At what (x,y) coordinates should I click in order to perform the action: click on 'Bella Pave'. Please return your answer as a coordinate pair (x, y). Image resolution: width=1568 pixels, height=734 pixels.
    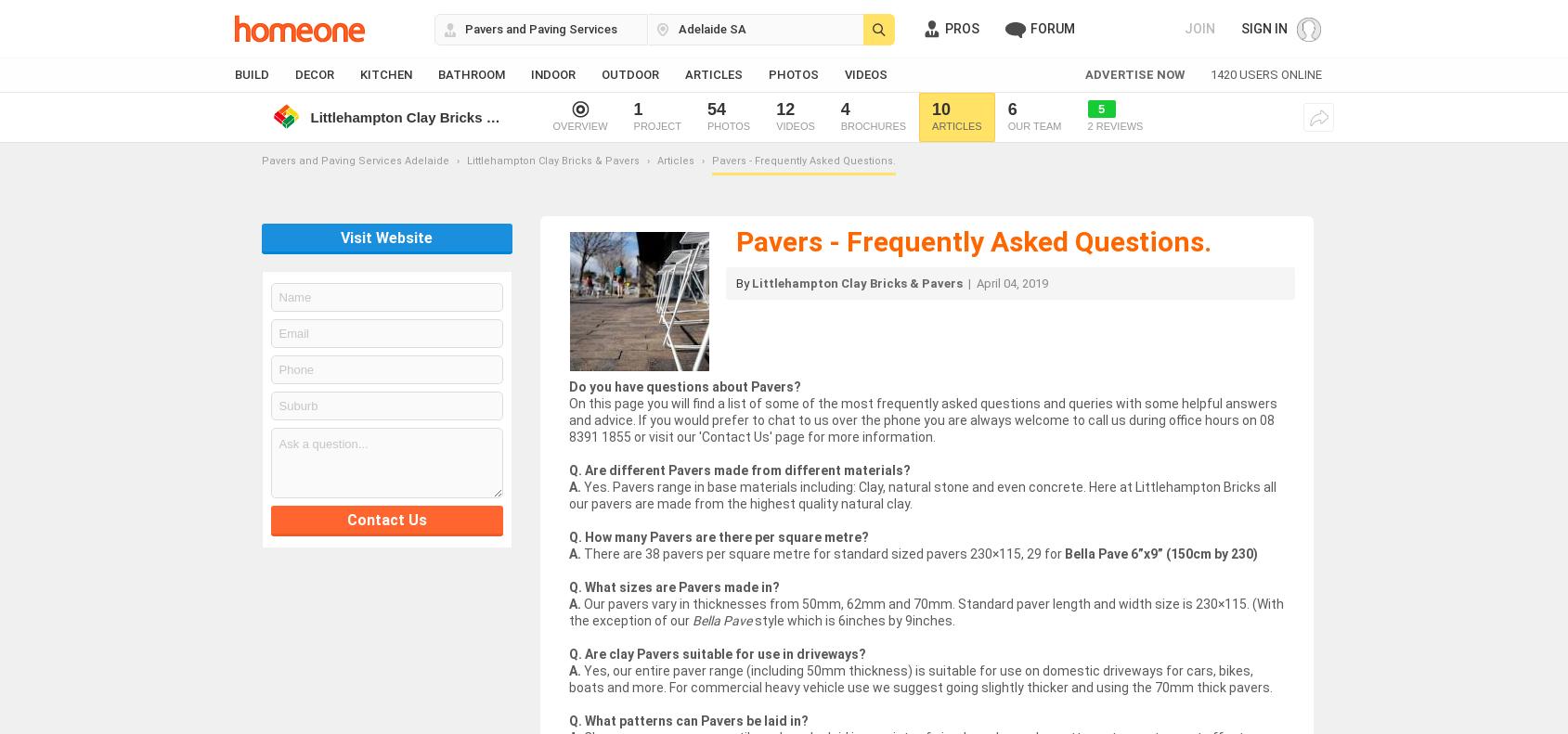
    Looking at the image, I should click on (719, 621).